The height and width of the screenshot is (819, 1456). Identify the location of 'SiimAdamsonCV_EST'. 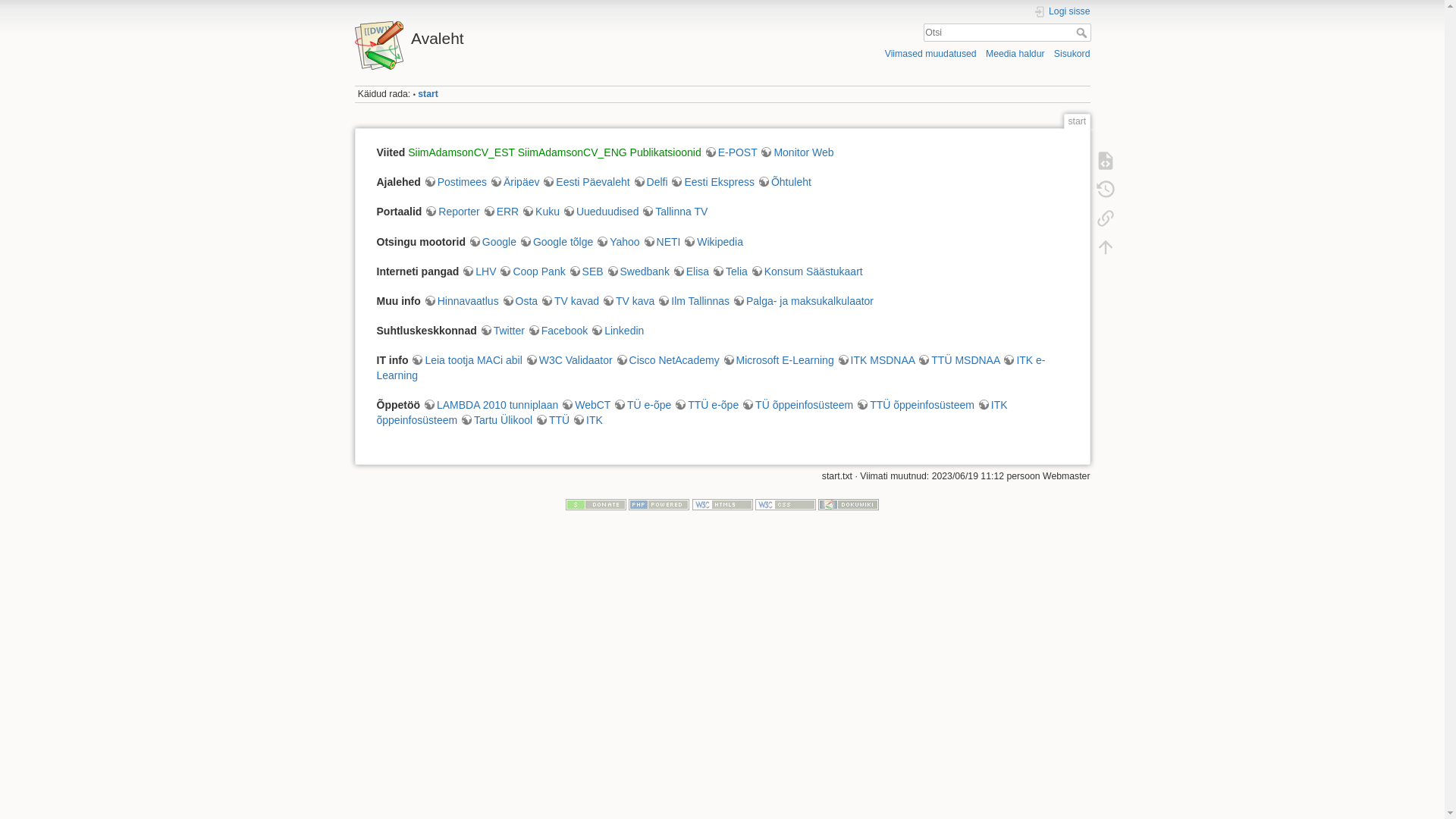
(460, 152).